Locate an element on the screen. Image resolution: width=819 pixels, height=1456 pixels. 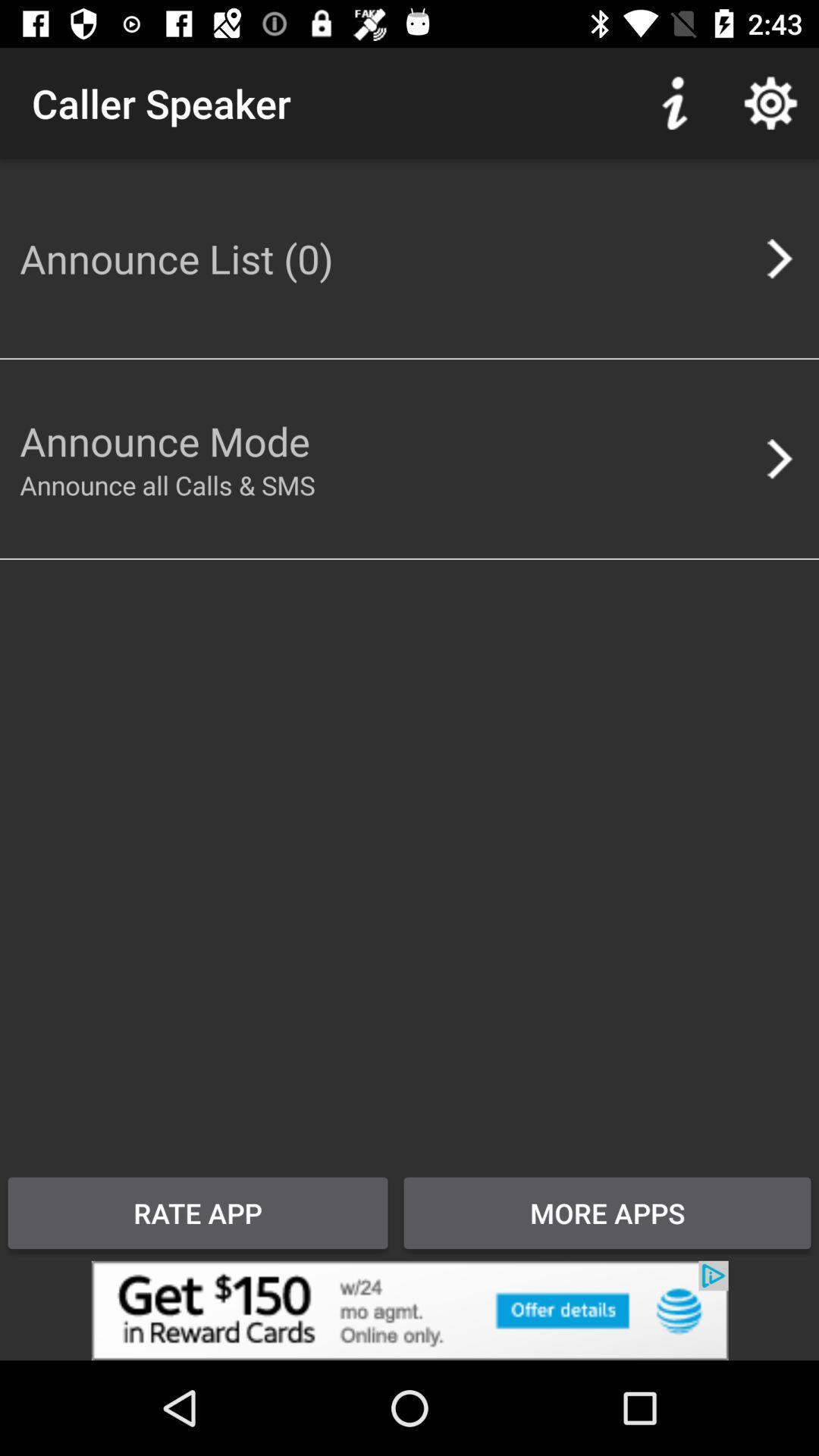
caller name sms talker is located at coordinates (409, 1310).